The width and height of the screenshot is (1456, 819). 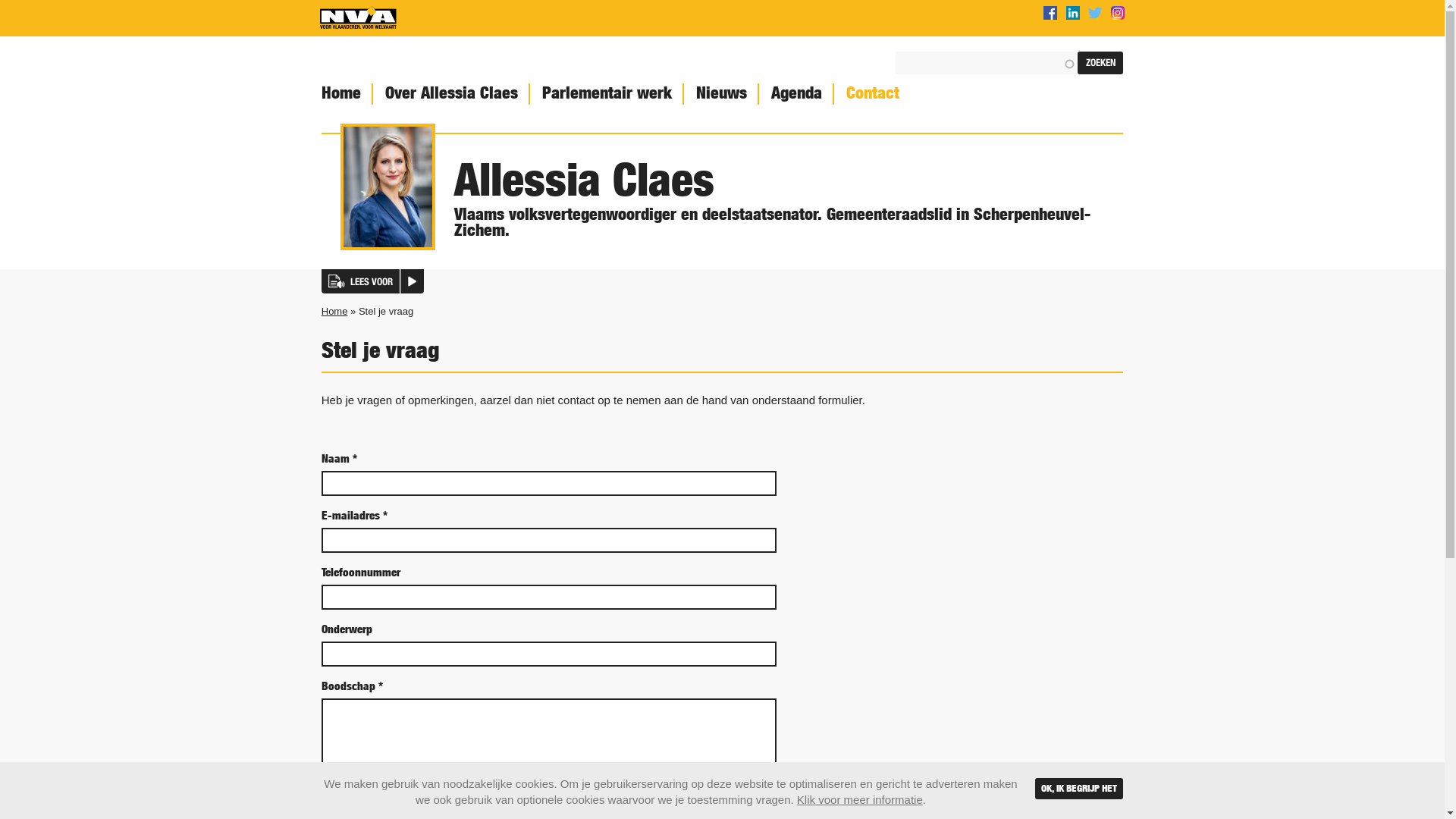 What do you see at coordinates (859, 799) in the screenshot?
I see `'Klik voor meer informatie'` at bounding box center [859, 799].